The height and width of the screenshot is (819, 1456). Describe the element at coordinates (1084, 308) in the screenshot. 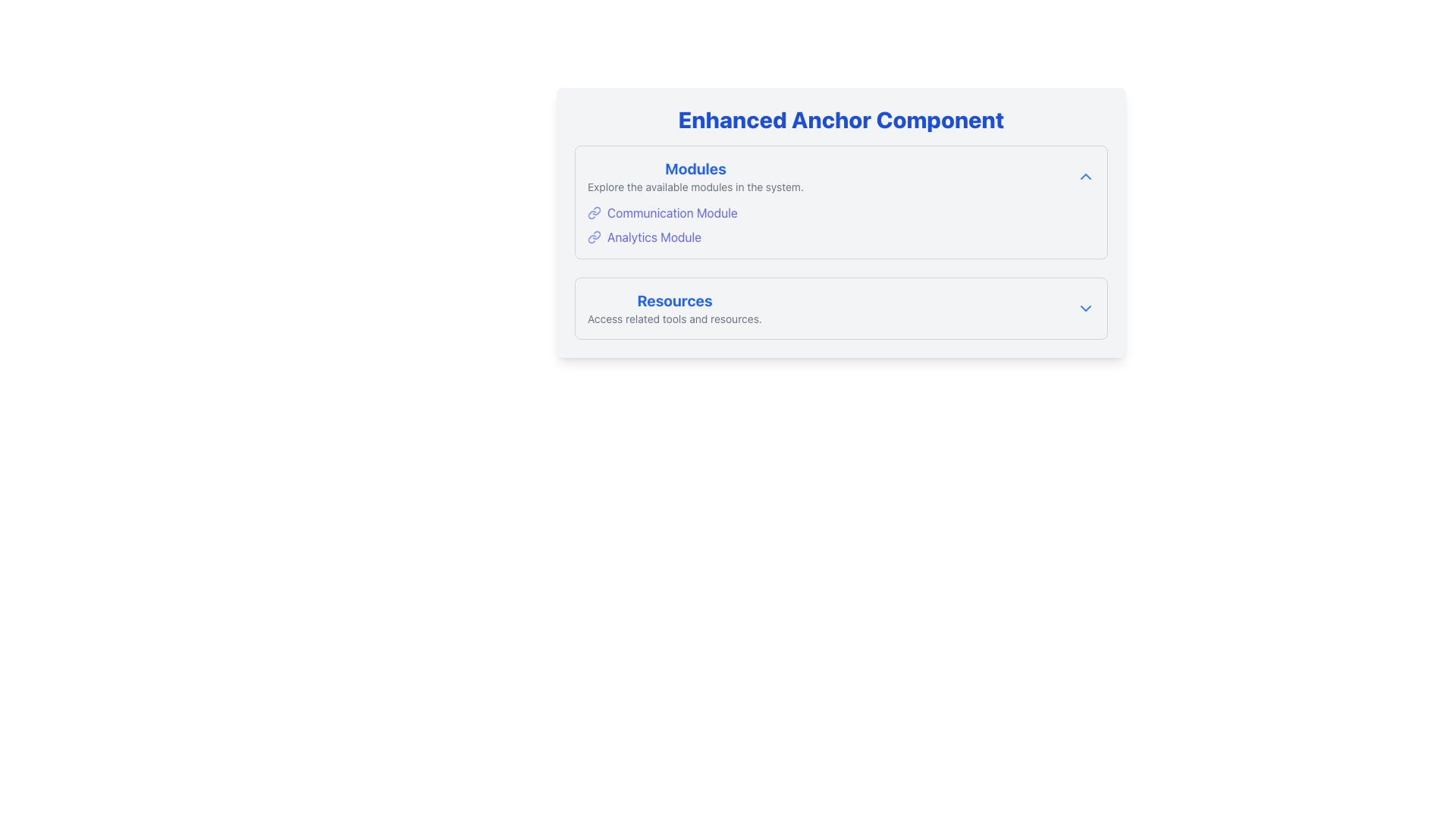

I see `the dropdown toggle button icon located at the far-right beside the 'Resources' title` at that location.